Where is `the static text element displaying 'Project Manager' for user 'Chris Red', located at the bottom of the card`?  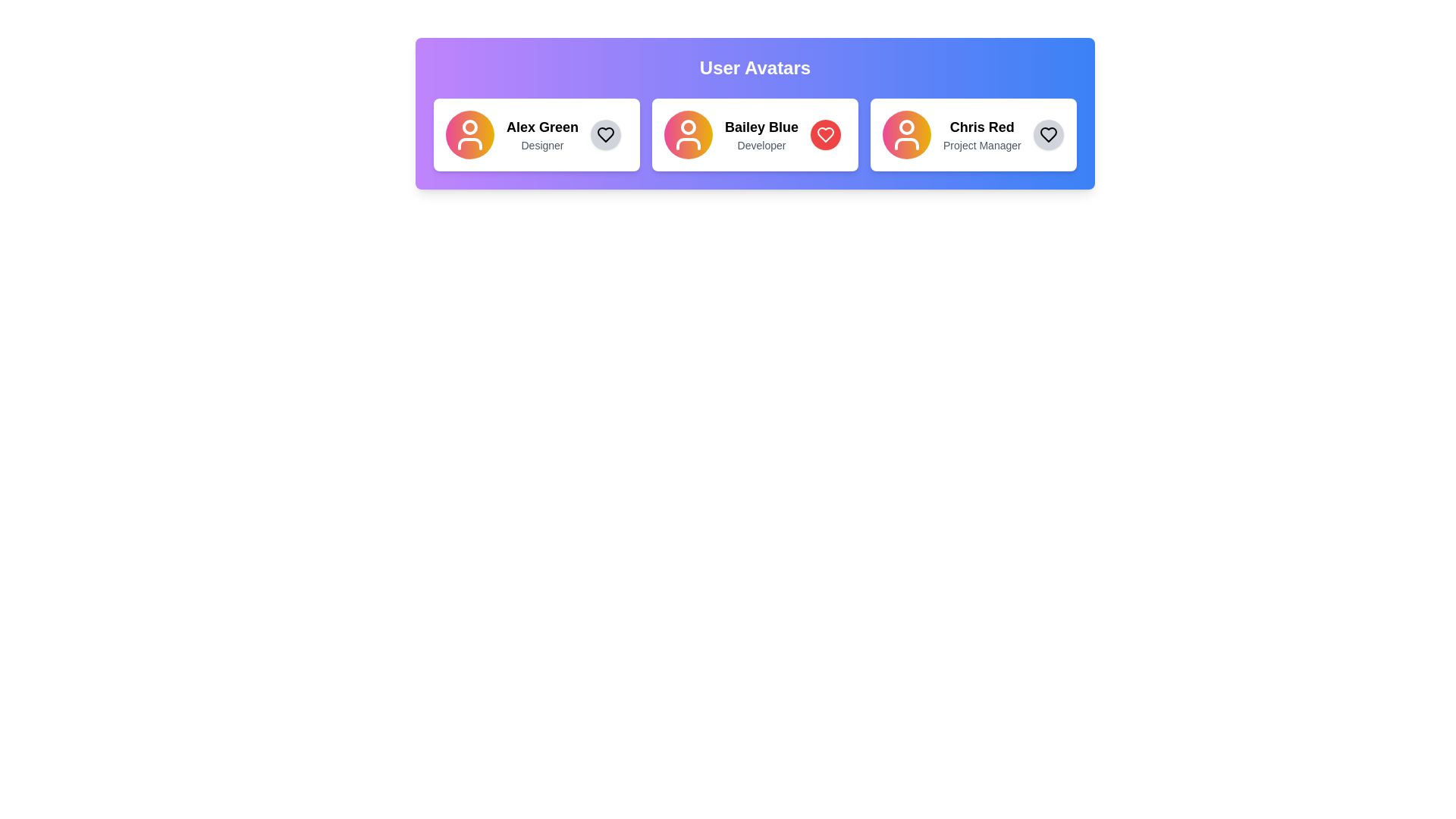 the static text element displaying 'Project Manager' for user 'Chris Red', located at the bottom of the card is located at coordinates (982, 146).